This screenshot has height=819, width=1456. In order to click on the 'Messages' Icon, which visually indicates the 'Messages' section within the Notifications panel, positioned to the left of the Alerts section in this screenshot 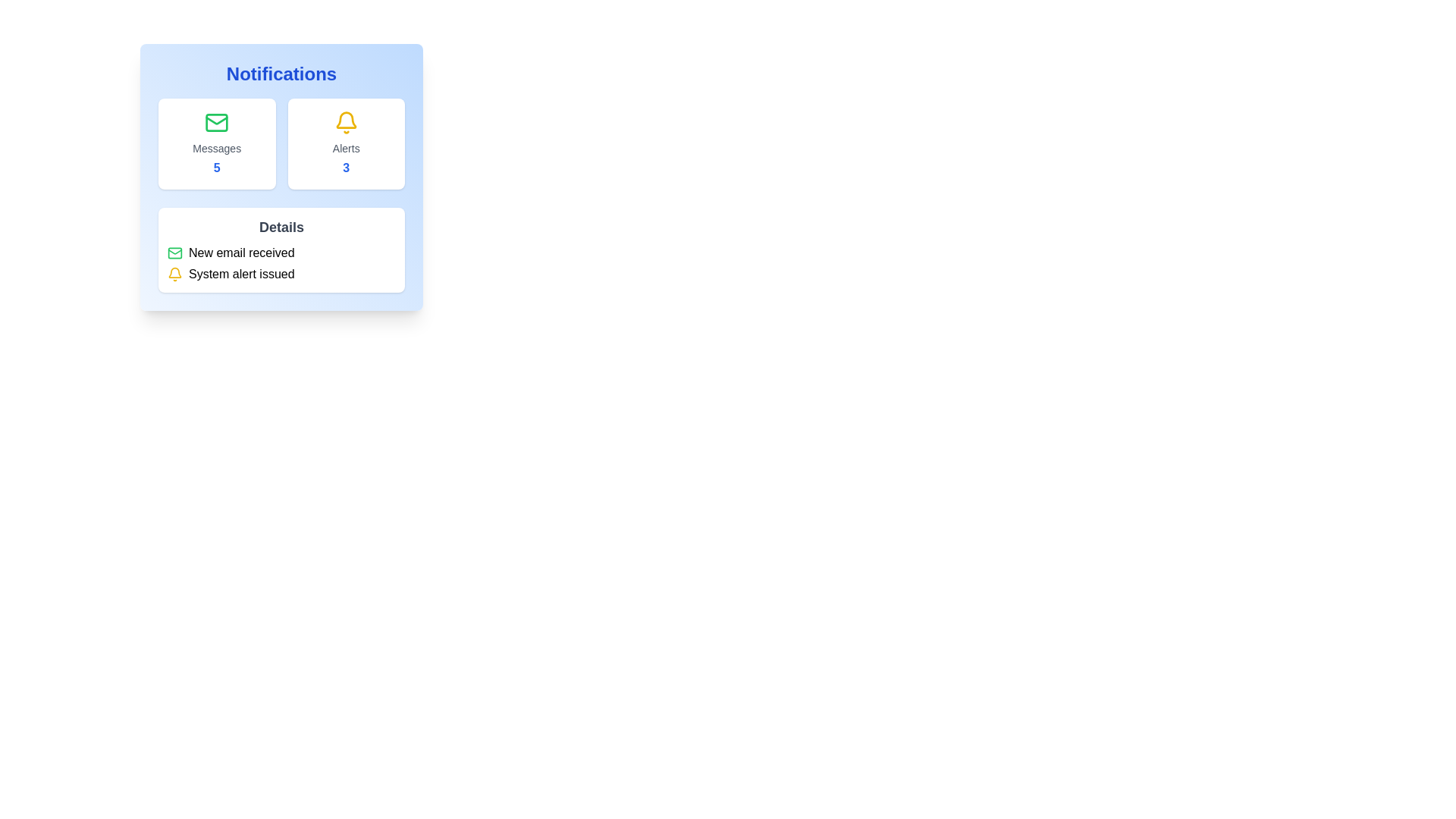, I will do `click(216, 120)`.